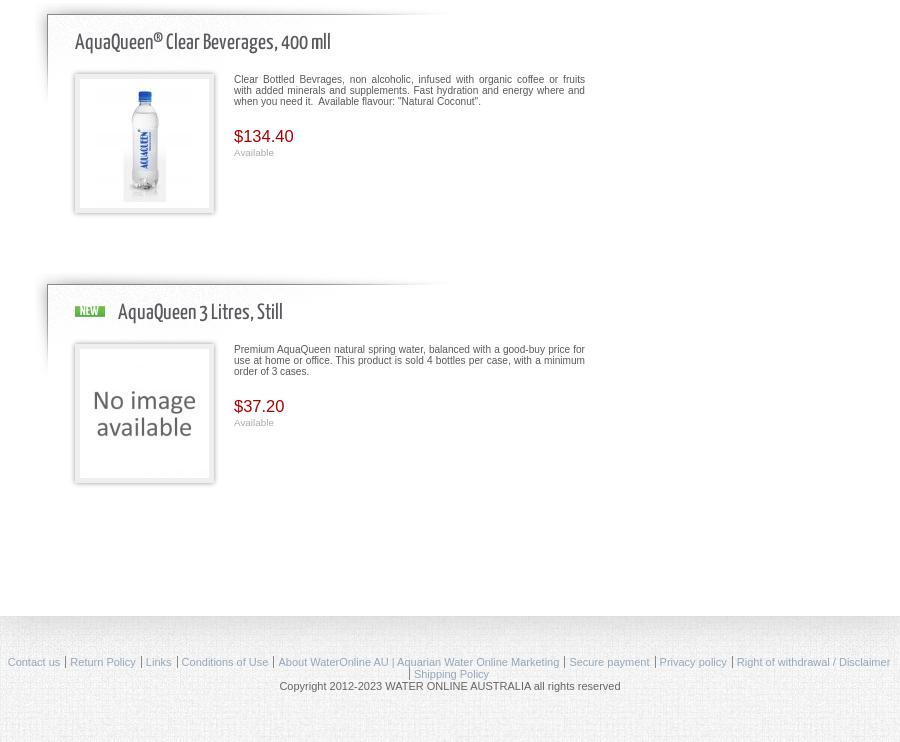  I want to click on '$37.20', so click(258, 404).